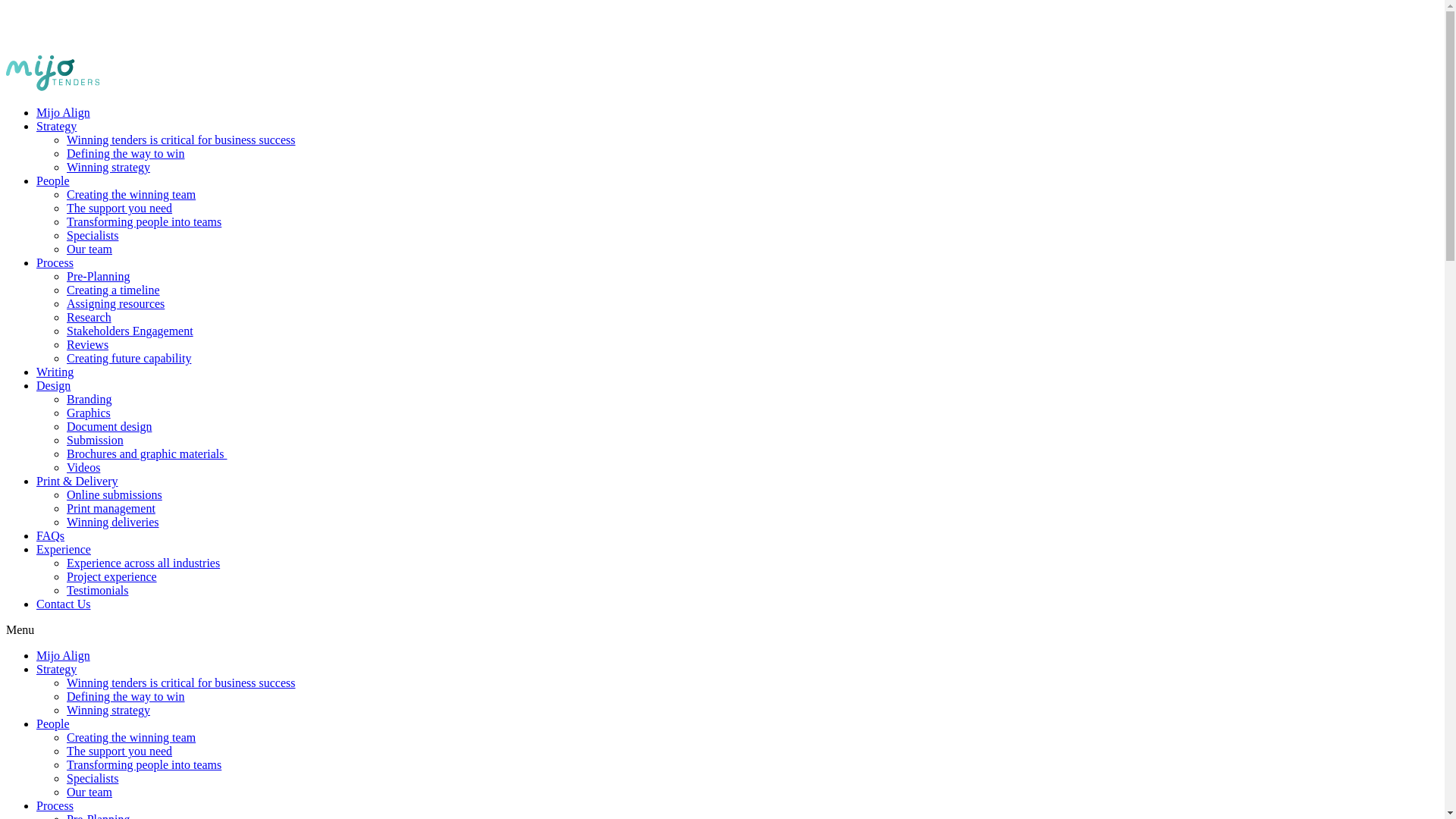 The height and width of the screenshot is (819, 1456). What do you see at coordinates (113, 494) in the screenshot?
I see `'Online submissions'` at bounding box center [113, 494].